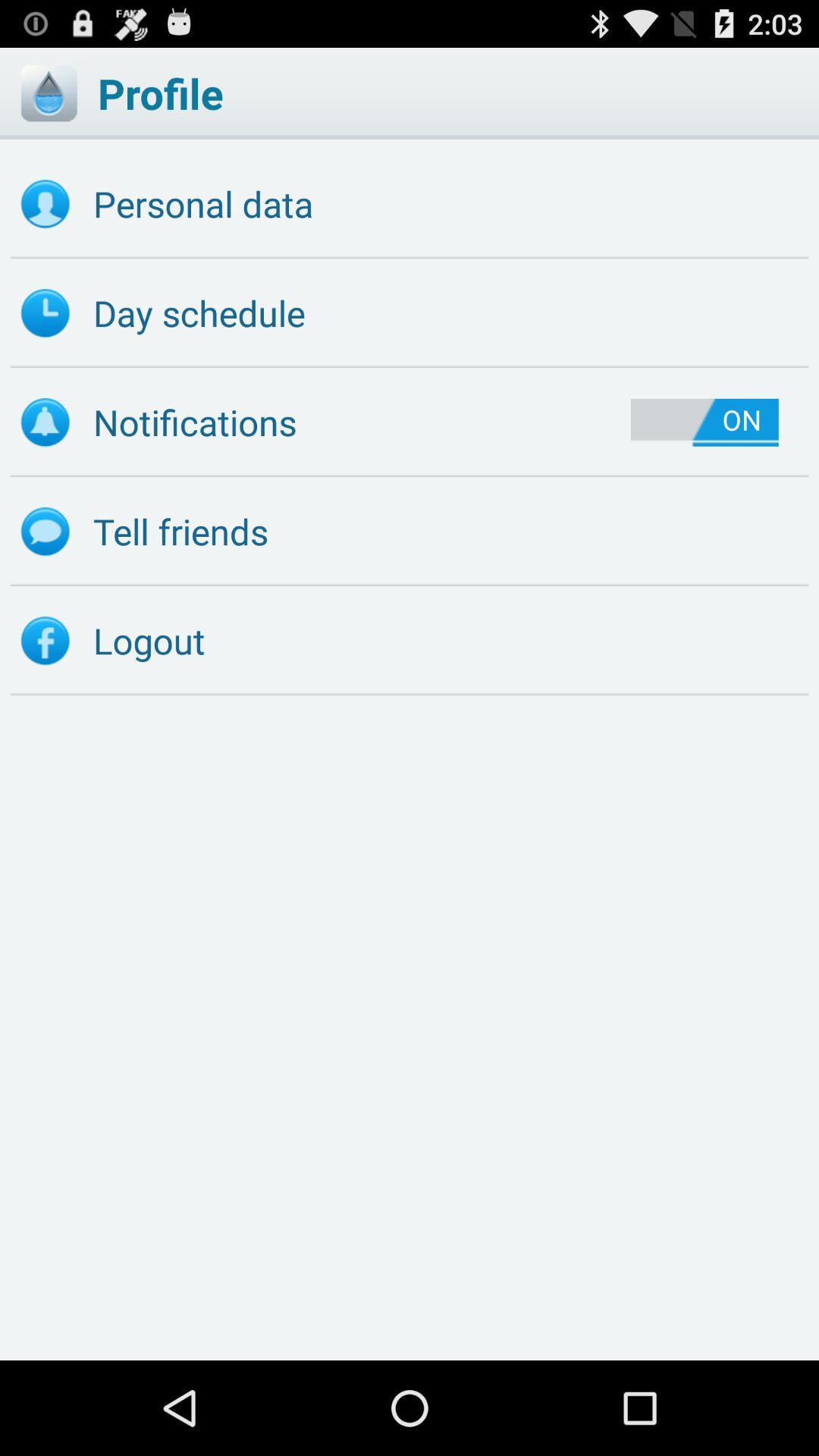 This screenshot has height=1456, width=819. Describe the element at coordinates (704, 422) in the screenshot. I see `item below day schedule icon` at that location.